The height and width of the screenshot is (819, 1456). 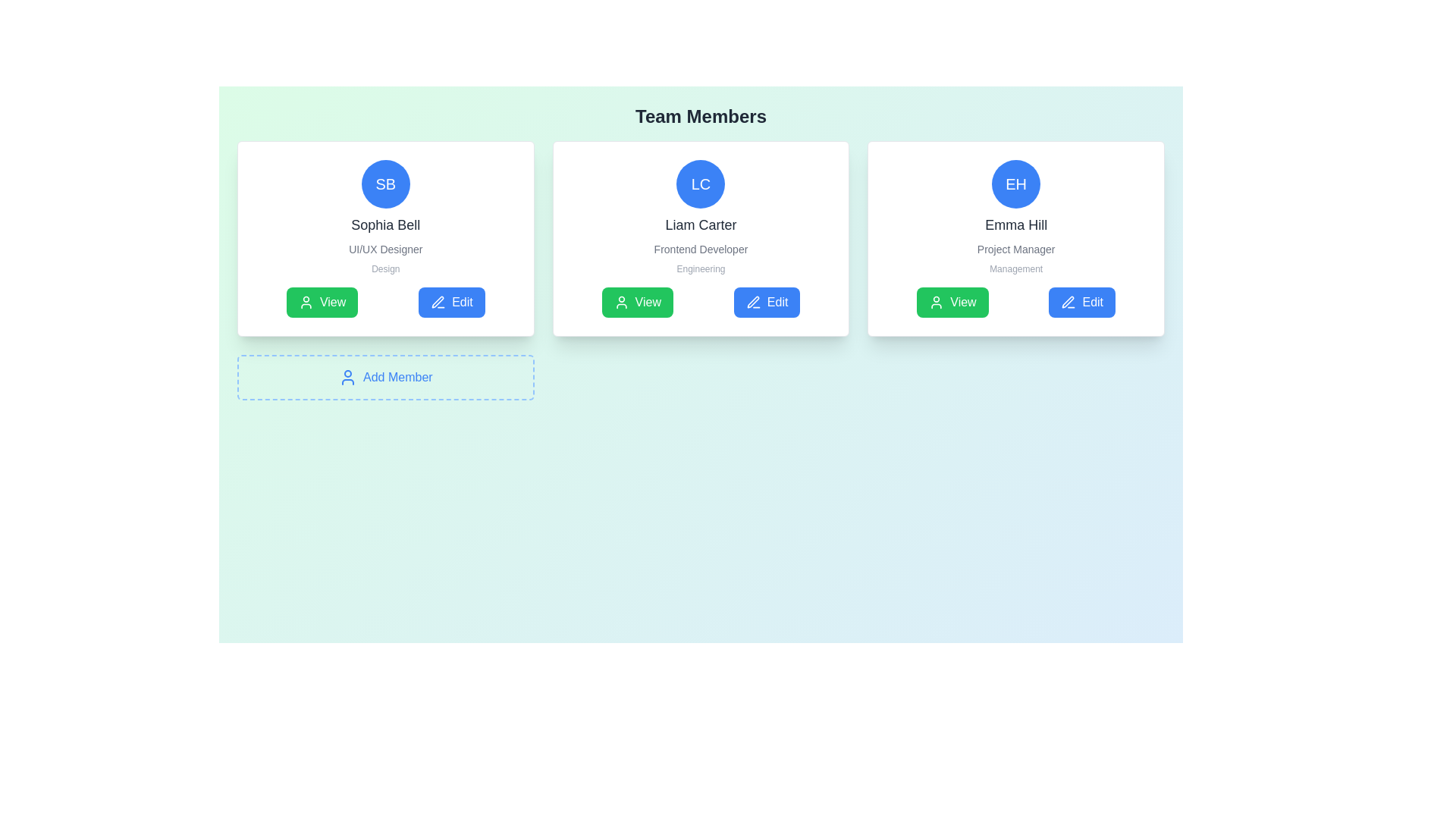 I want to click on the green 'View' button with rounded edges located in the middle card of a three-card layout, so click(x=637, y=302).